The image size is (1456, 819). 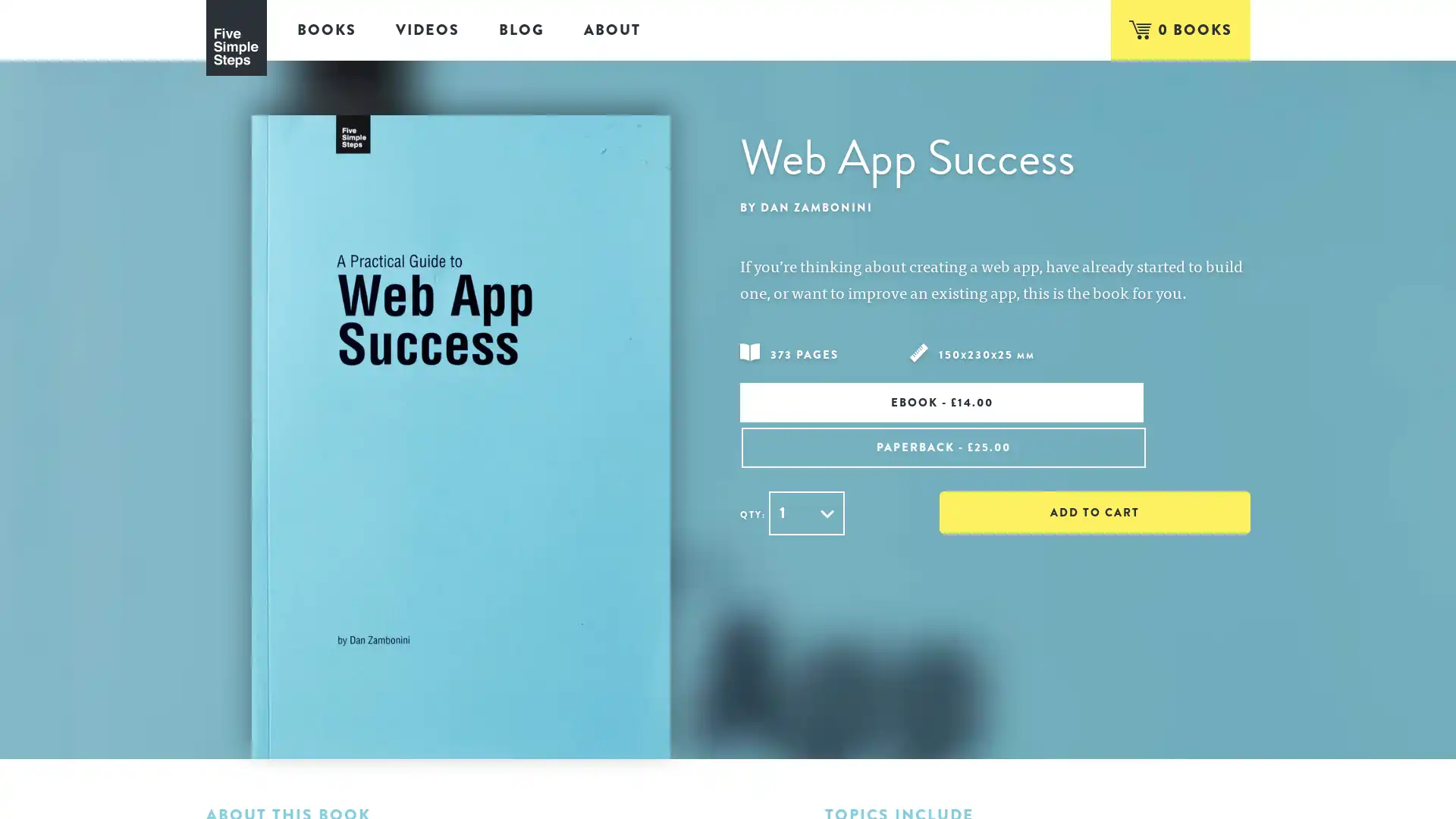 What do you see at coordinates (1083, 461) in the screenshot?
I see `Add to cart` at bounding box center [1083, 461].